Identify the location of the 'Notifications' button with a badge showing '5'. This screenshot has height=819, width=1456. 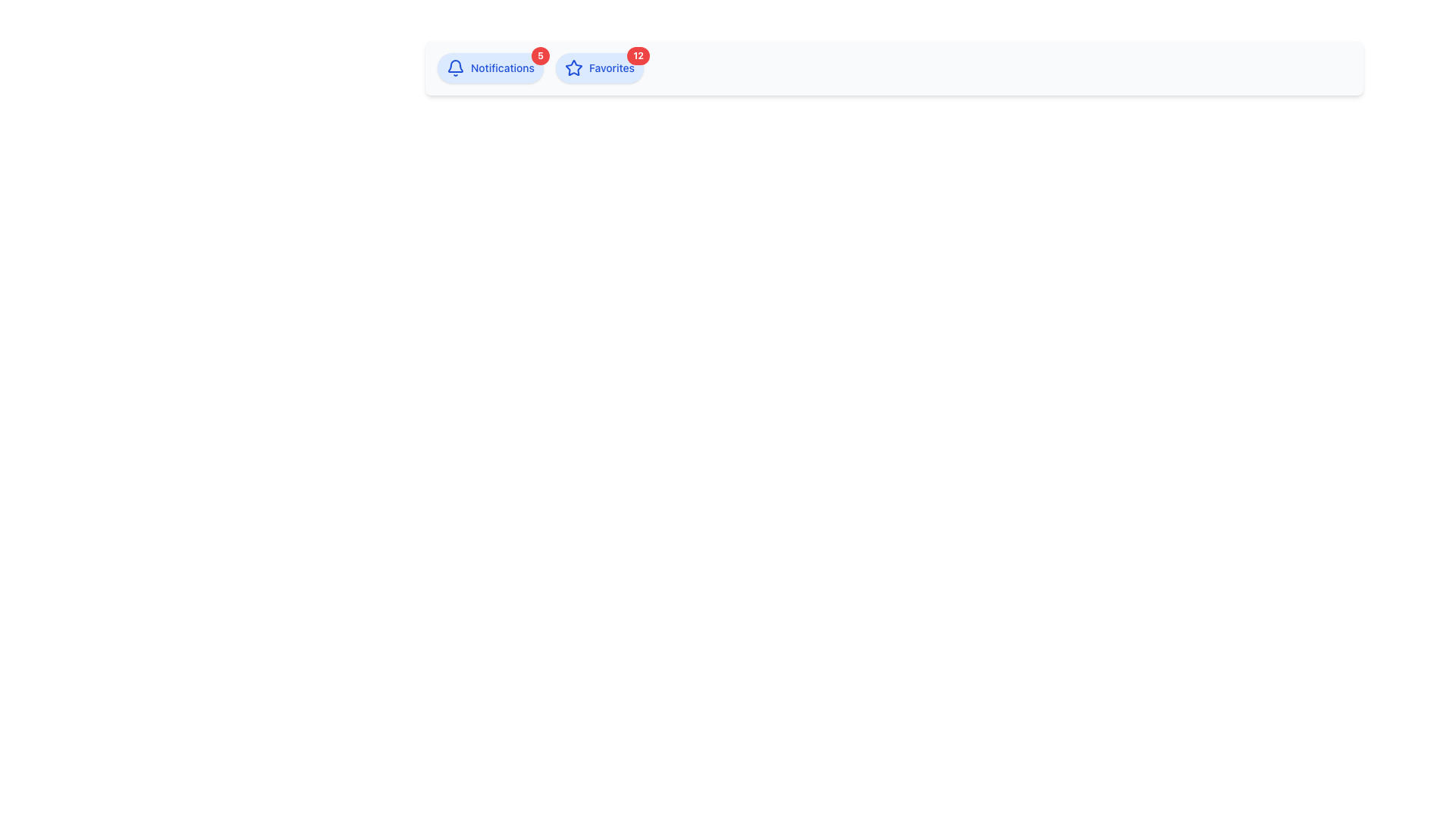
(491, 67).